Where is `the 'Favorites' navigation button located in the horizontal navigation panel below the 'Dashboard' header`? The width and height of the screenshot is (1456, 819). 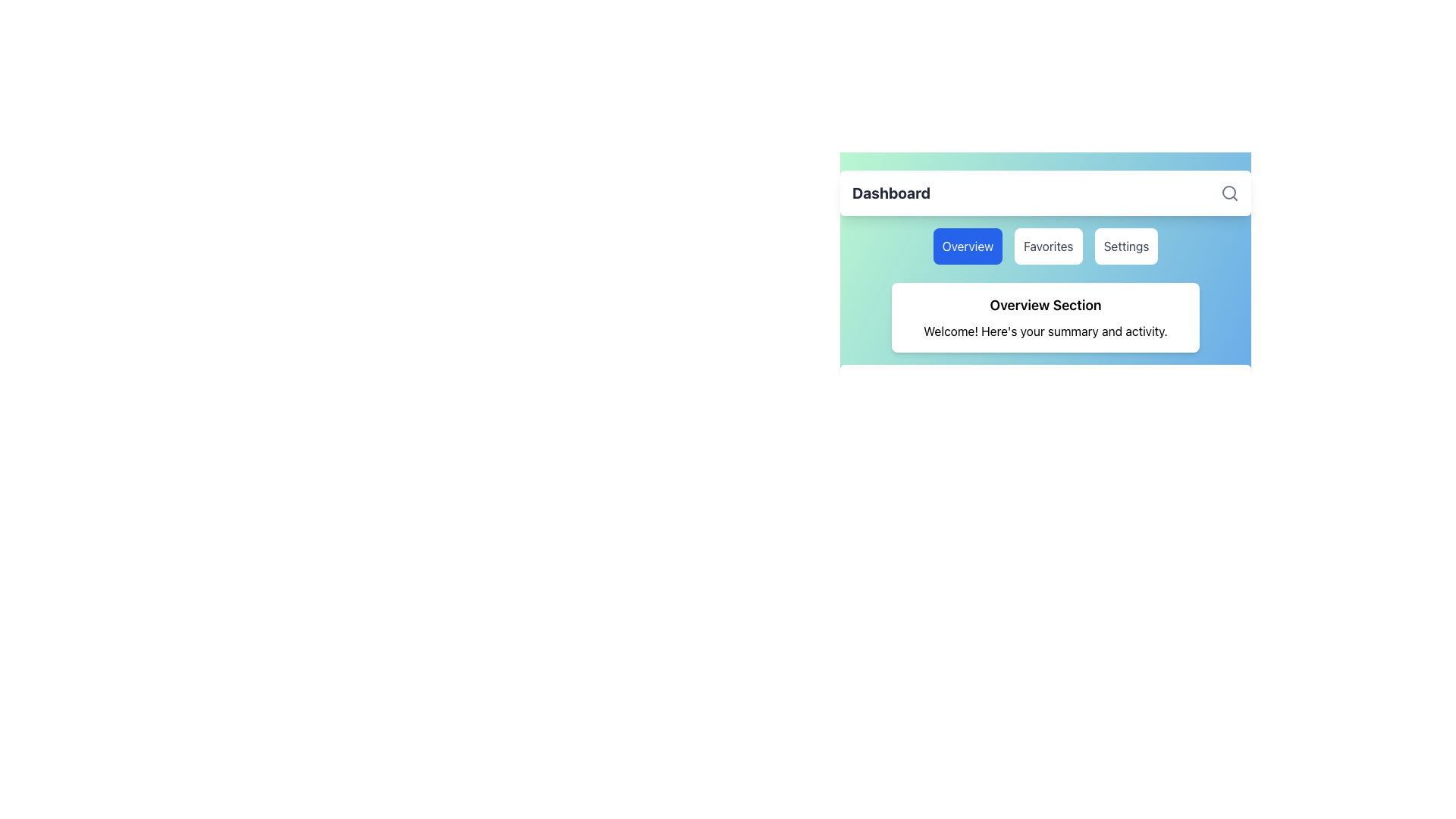
the 'Favorites' navigation button located in the horizontal navigation panel below the 'Dashboard' header is located at coordinates (1044, 245).